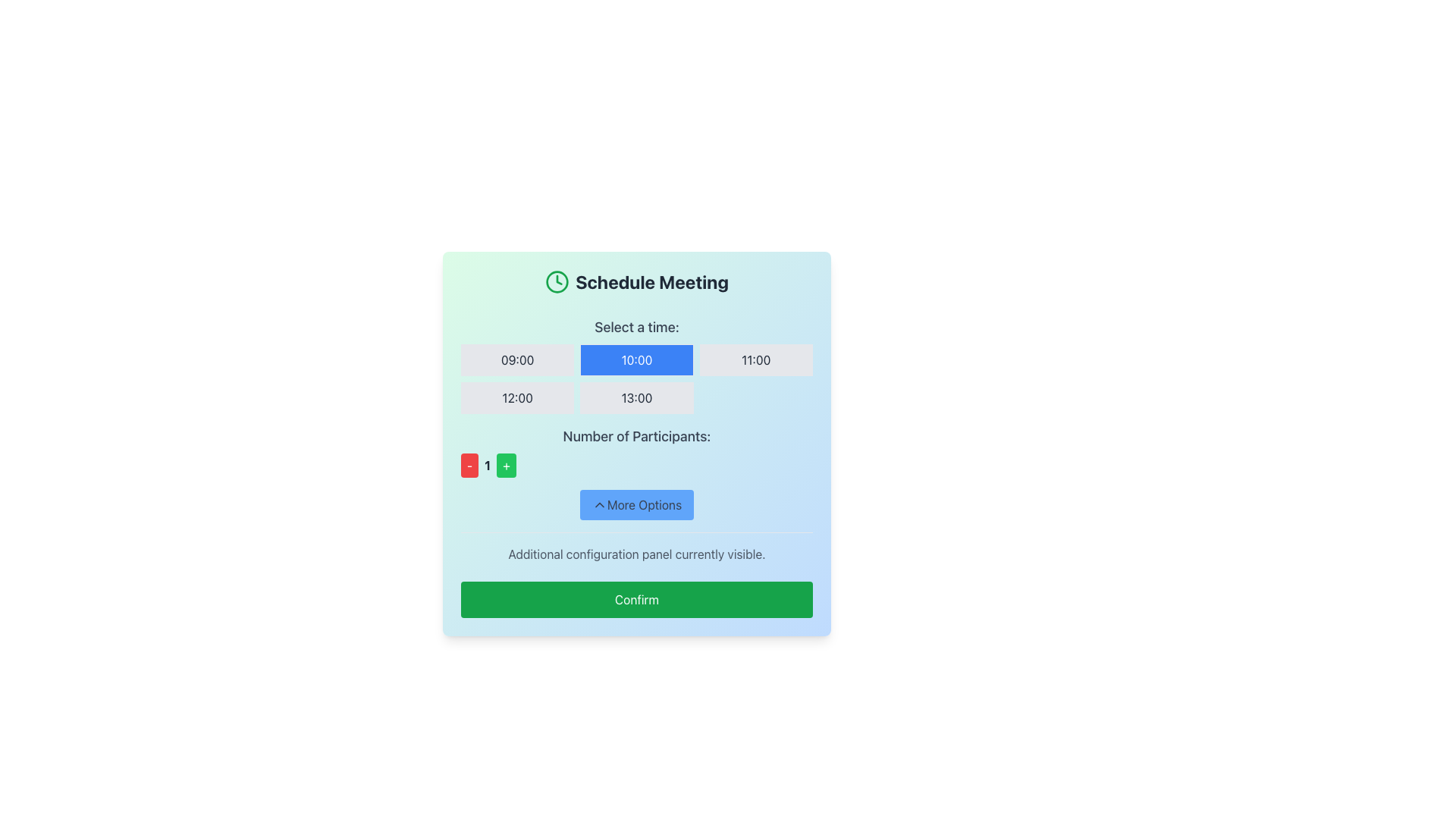  Describe the element at coordinates (637, 359) in the screenshot. I see `the '10:00' button, which is the second button in the upper row under the 'Select a time:' label` at that location.